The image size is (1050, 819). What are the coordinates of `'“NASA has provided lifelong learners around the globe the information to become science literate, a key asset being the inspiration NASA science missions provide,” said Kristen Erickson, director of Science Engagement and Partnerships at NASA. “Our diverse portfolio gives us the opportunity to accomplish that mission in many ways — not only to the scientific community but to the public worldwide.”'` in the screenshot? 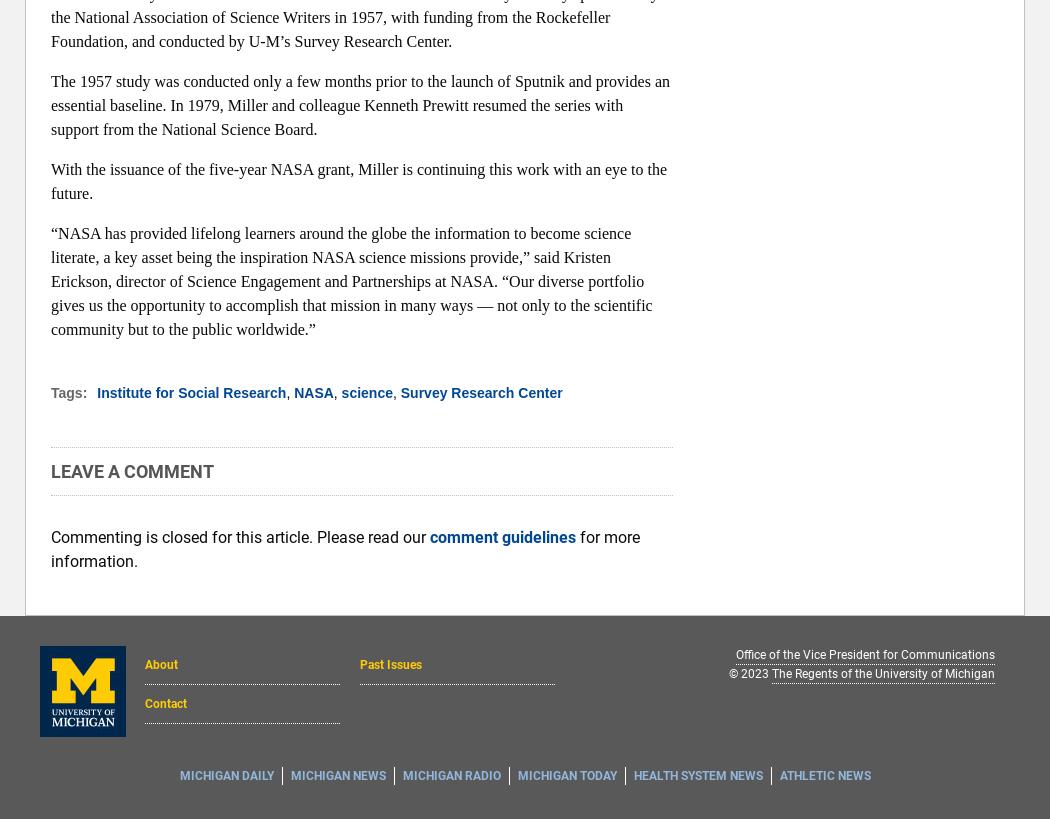 It's located at (350, 280).